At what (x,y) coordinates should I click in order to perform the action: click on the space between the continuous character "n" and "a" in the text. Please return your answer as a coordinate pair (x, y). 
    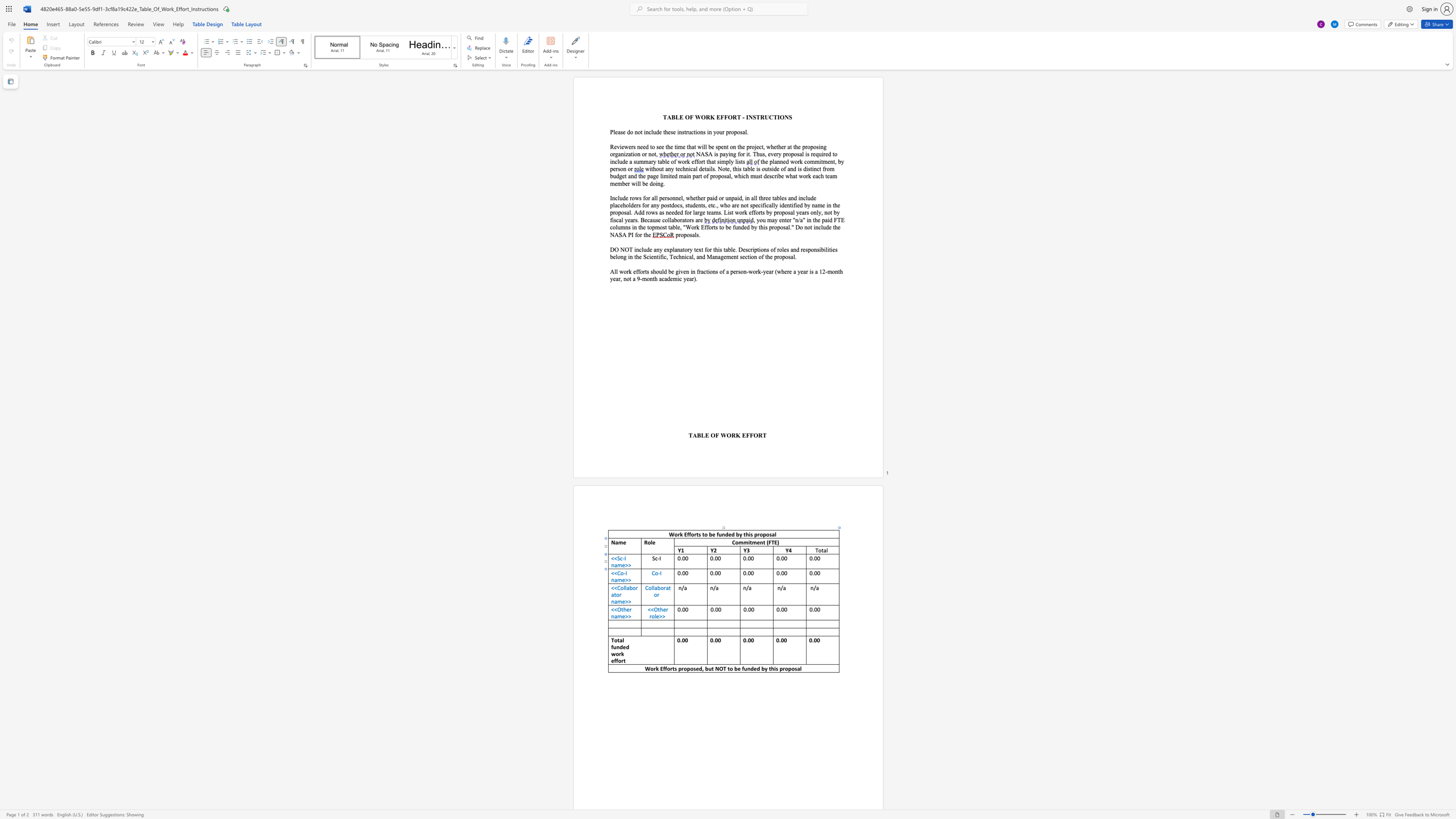
    Looking at the image, I should click on (614, 616).